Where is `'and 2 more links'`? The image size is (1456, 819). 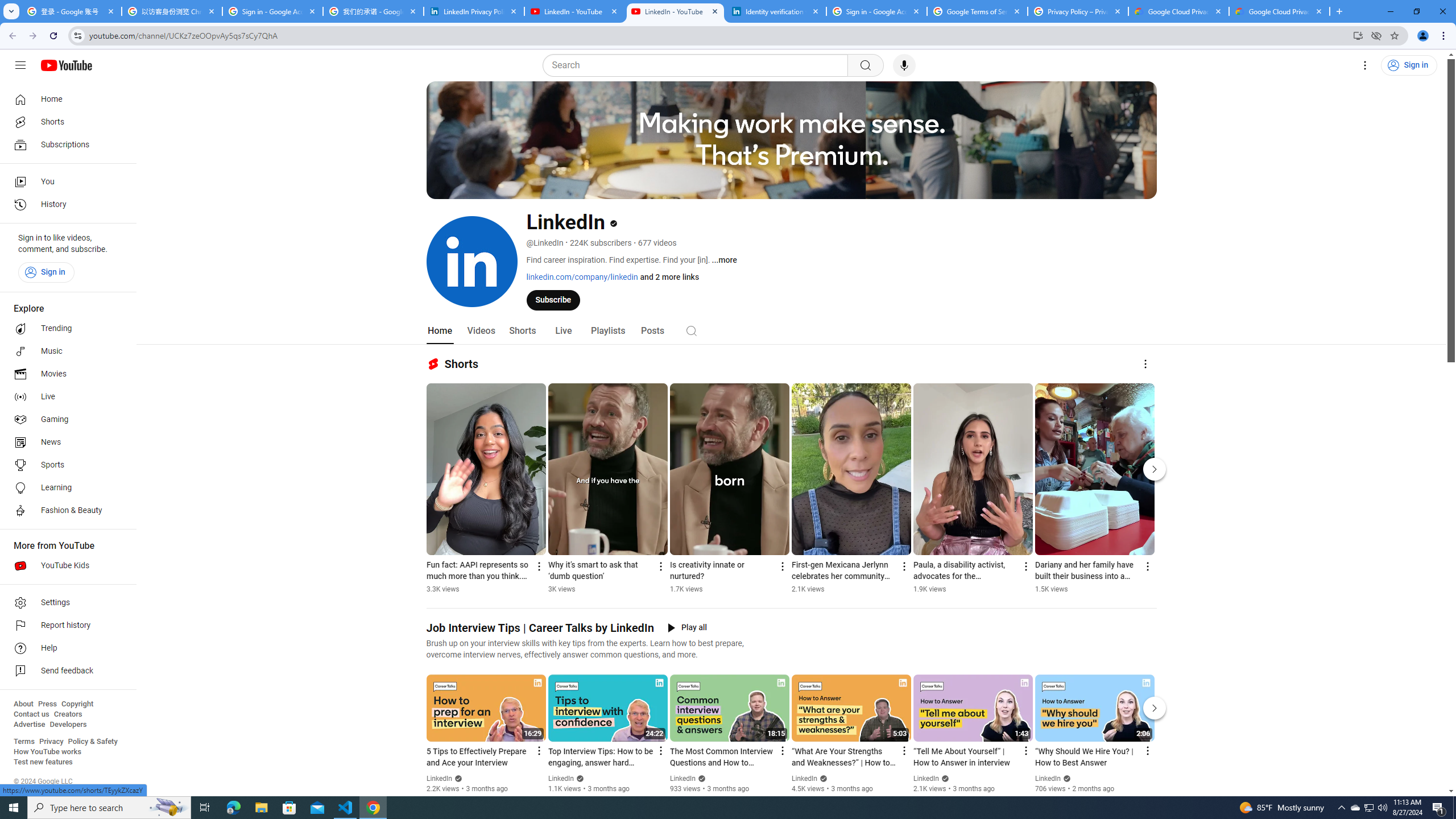 'and 2 more links' is located at coordinates (668, 276).